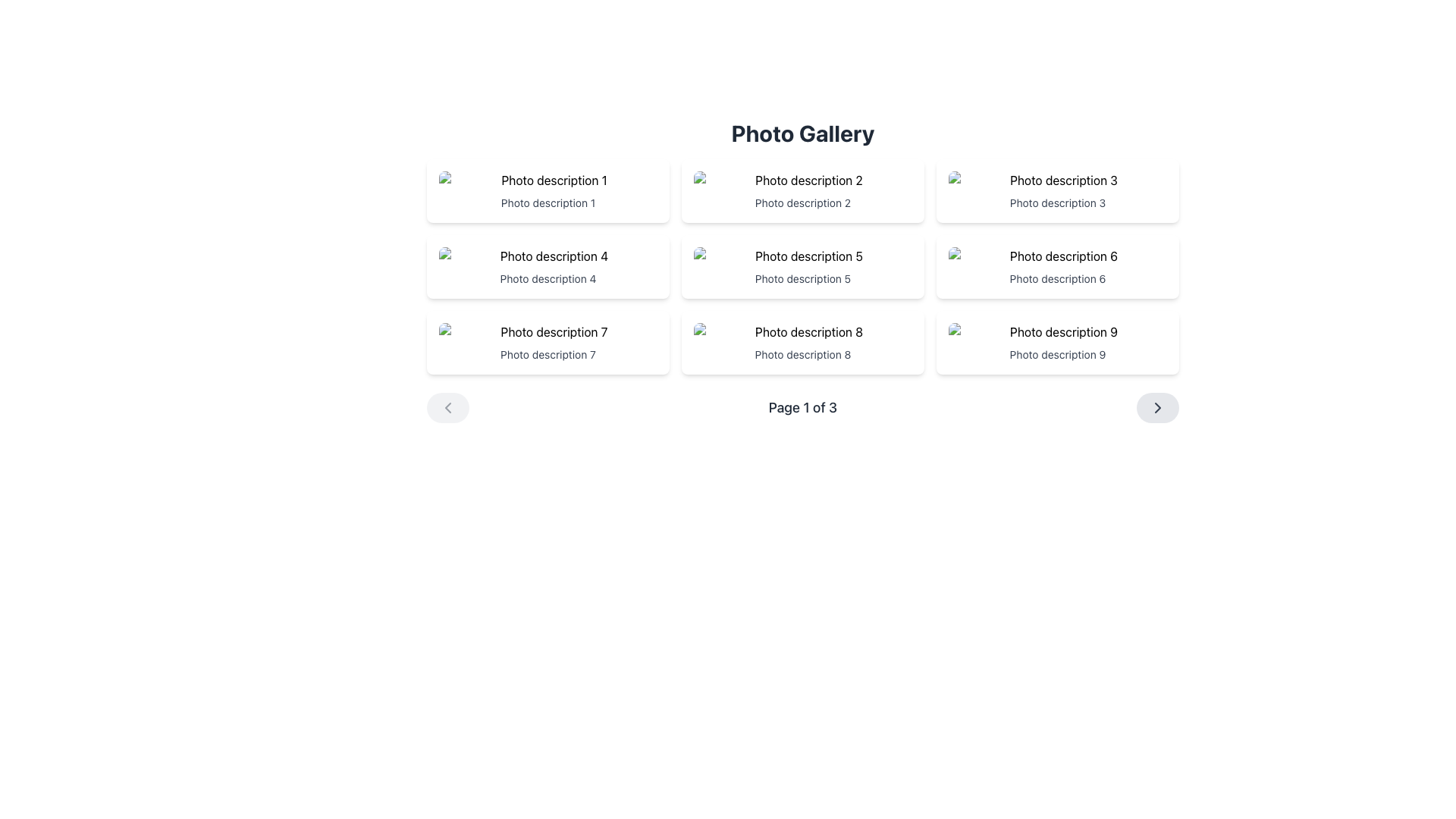  I want to click on the circular button with a light gray background and dark gray chevron pointing right, located on the right side of the pagination bar below the gallery, so click(1156, 406).